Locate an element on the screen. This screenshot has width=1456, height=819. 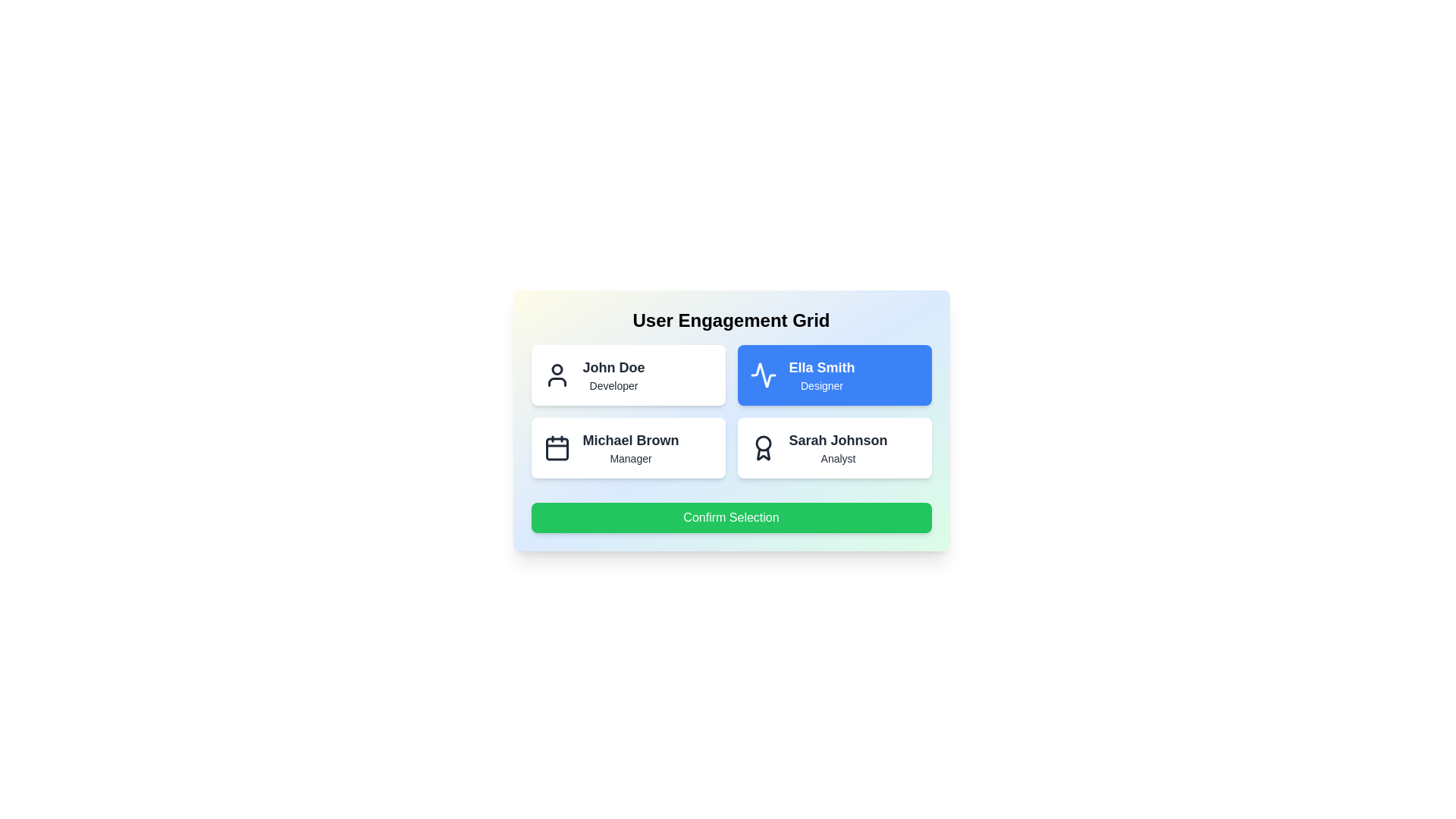
the user card of Michael Brown is located at coordinates (628, 447).